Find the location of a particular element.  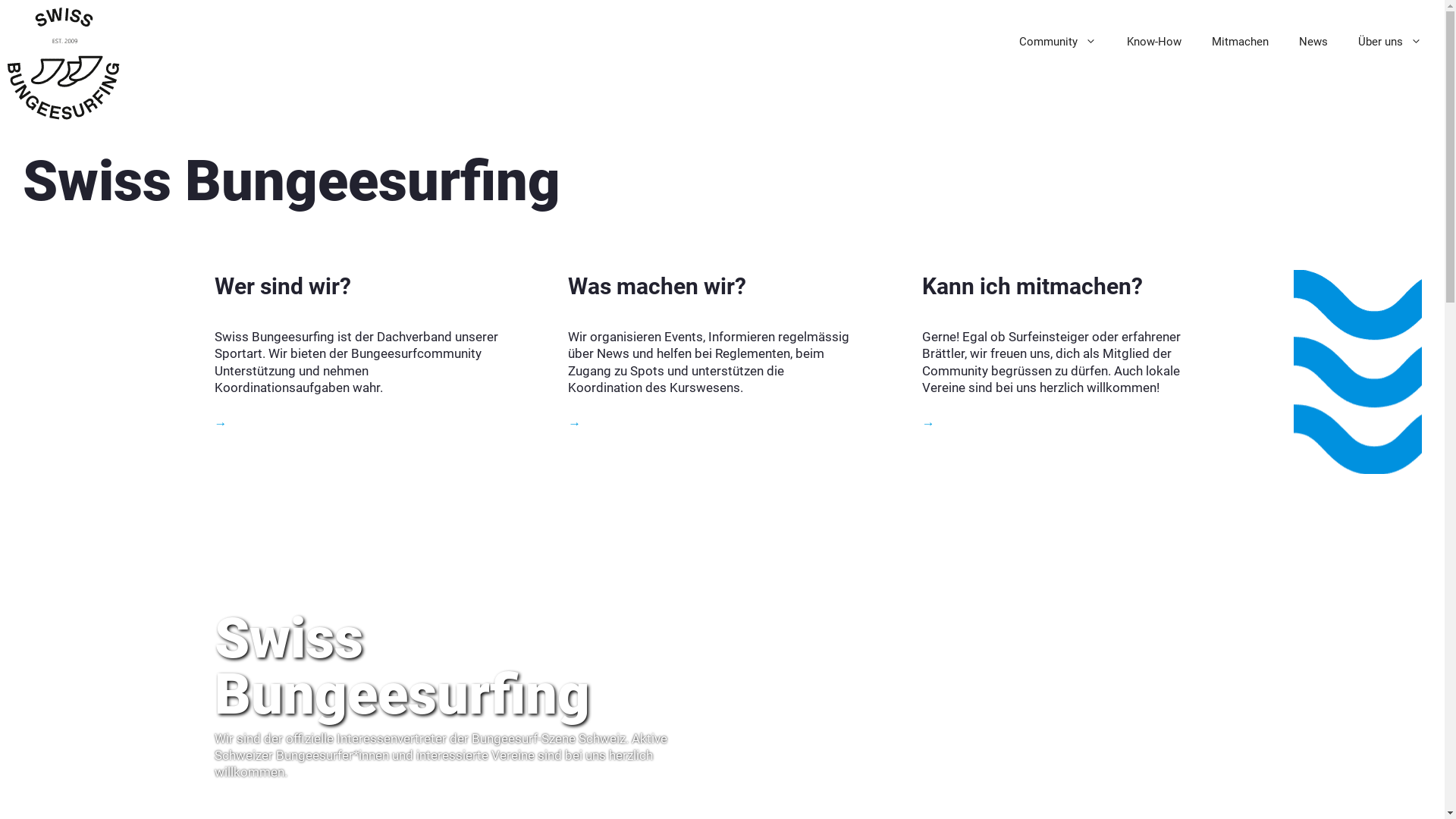

'News' is located at coordinates (1283, 40).